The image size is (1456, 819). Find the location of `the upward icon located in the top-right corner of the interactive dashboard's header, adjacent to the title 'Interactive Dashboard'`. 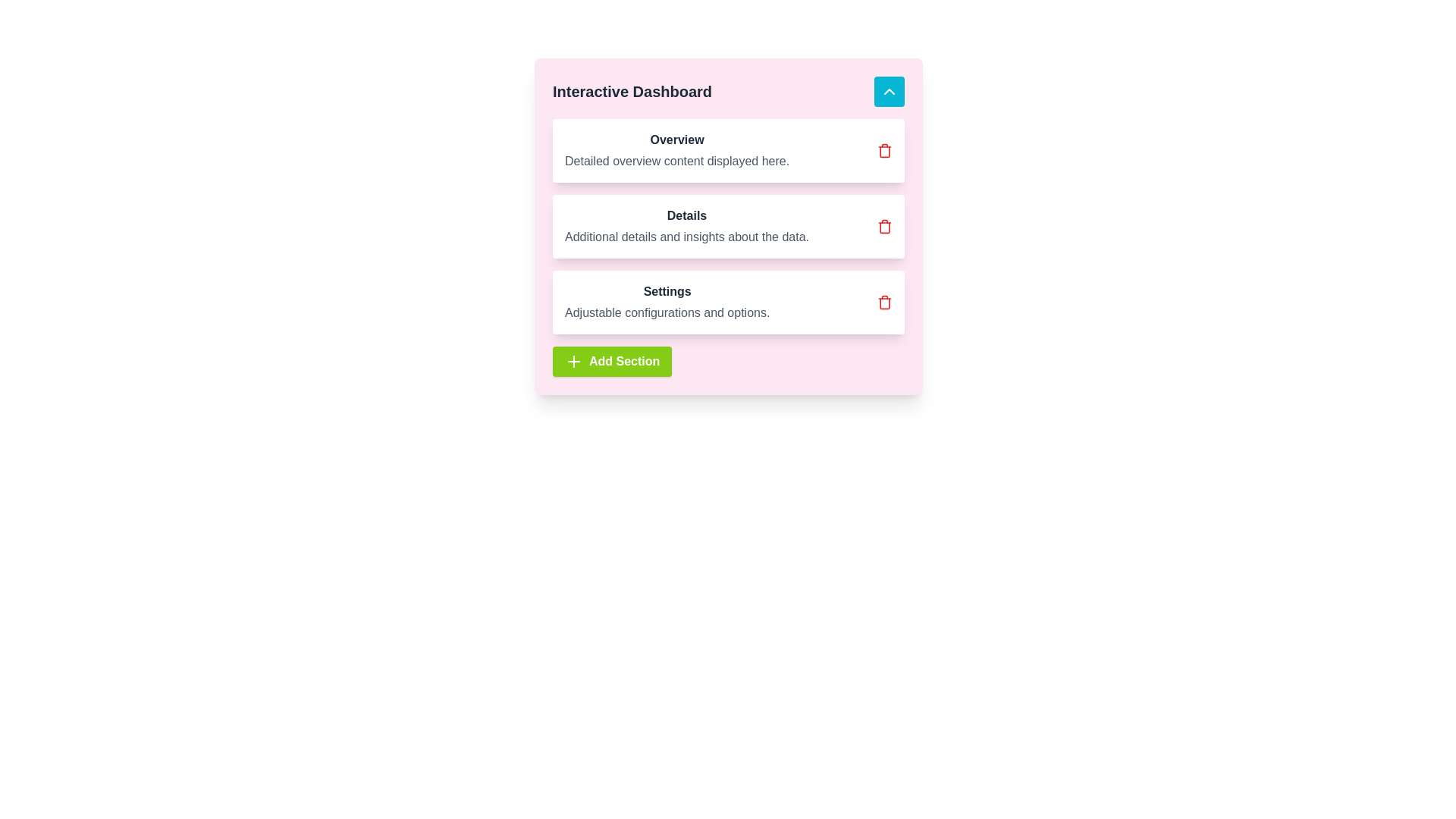

the upward icon located in the top-right corner of the interactive dashboard's header, adjacent to the title 'Interactive Dashboard' is located at coordinates (889, 91).